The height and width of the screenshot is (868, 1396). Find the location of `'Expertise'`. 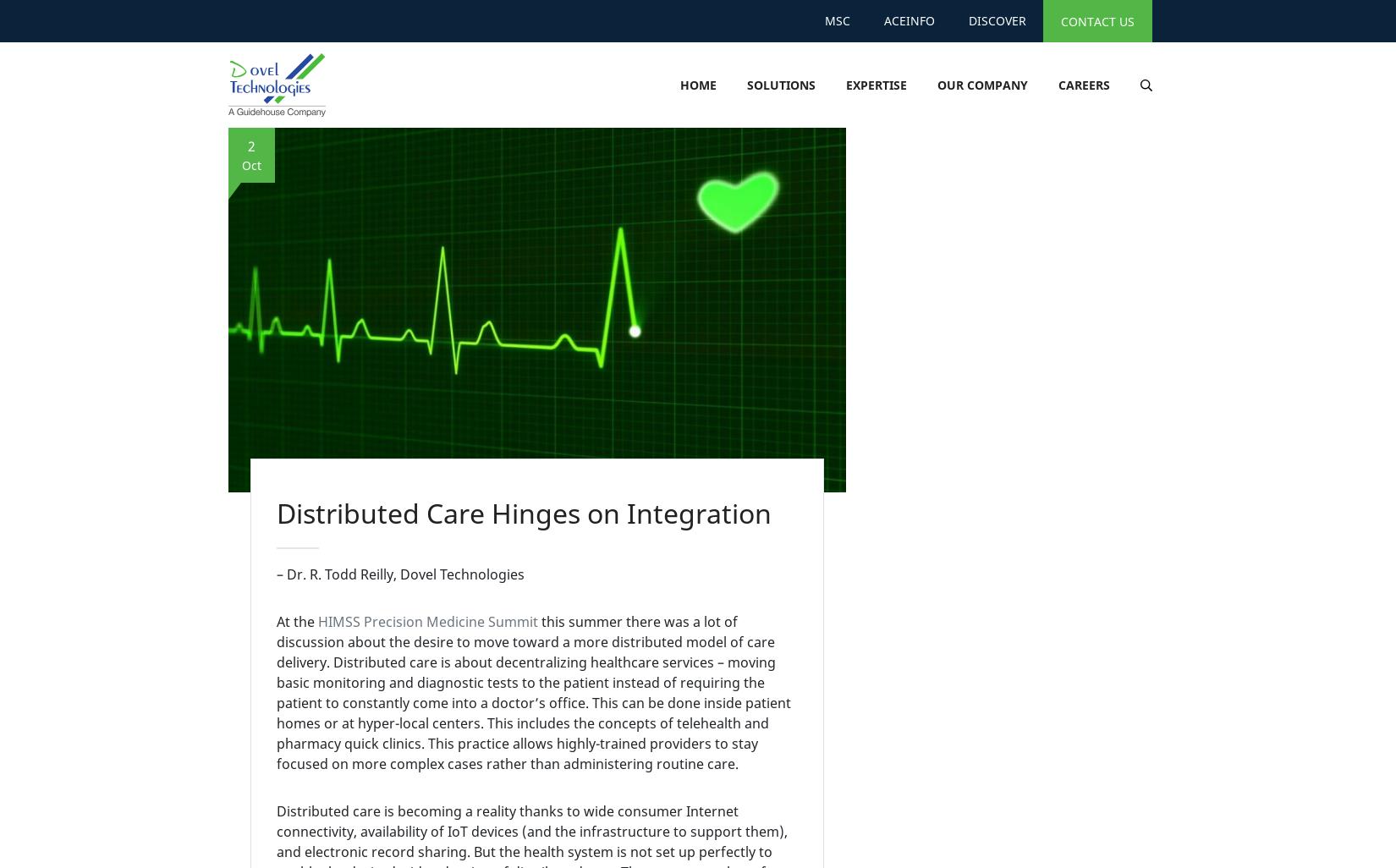

'Expertise' is located at coordinates (877, 84).